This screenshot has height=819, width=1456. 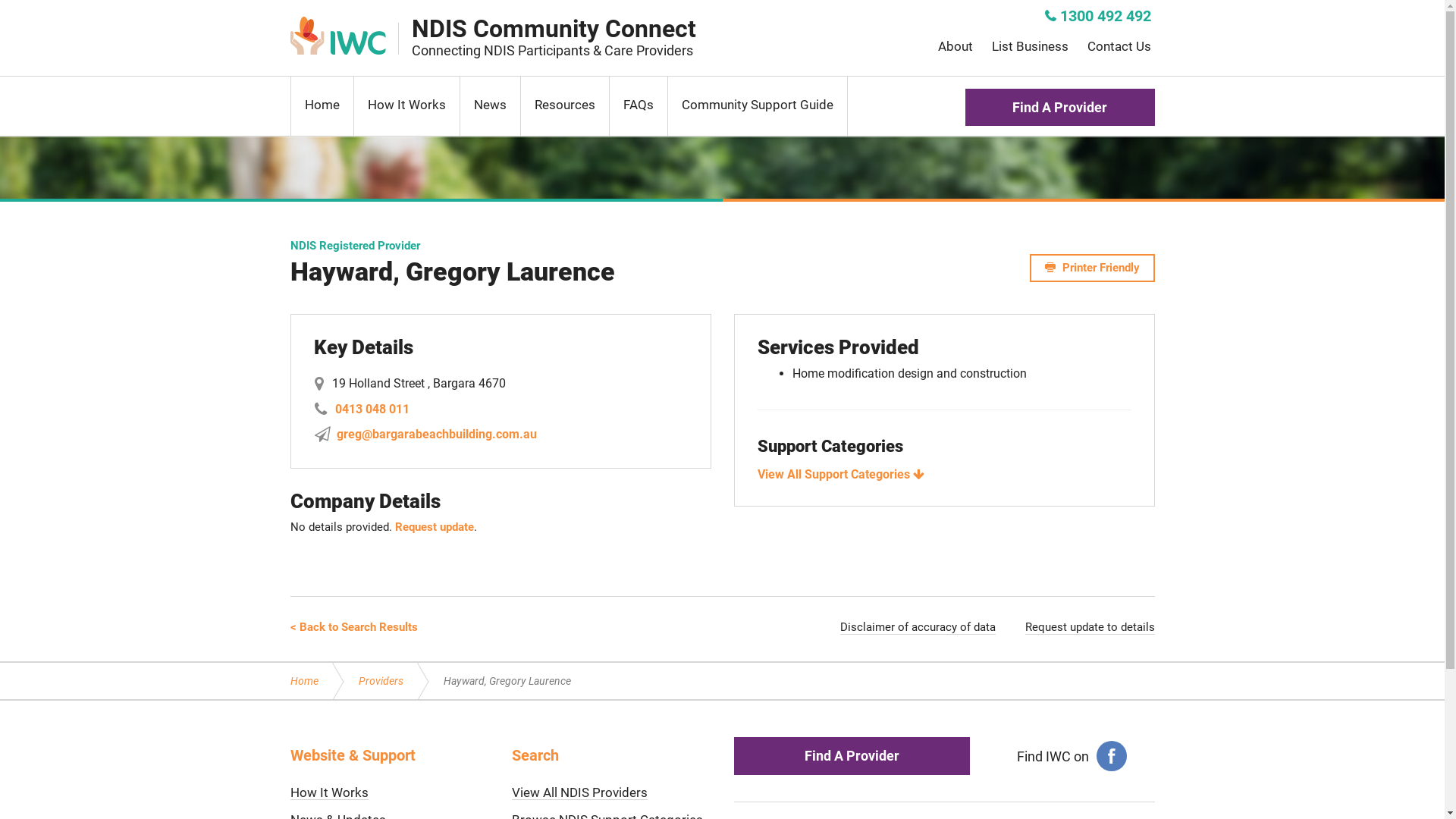 I want to click on 'About', so click(x=953, y=45).